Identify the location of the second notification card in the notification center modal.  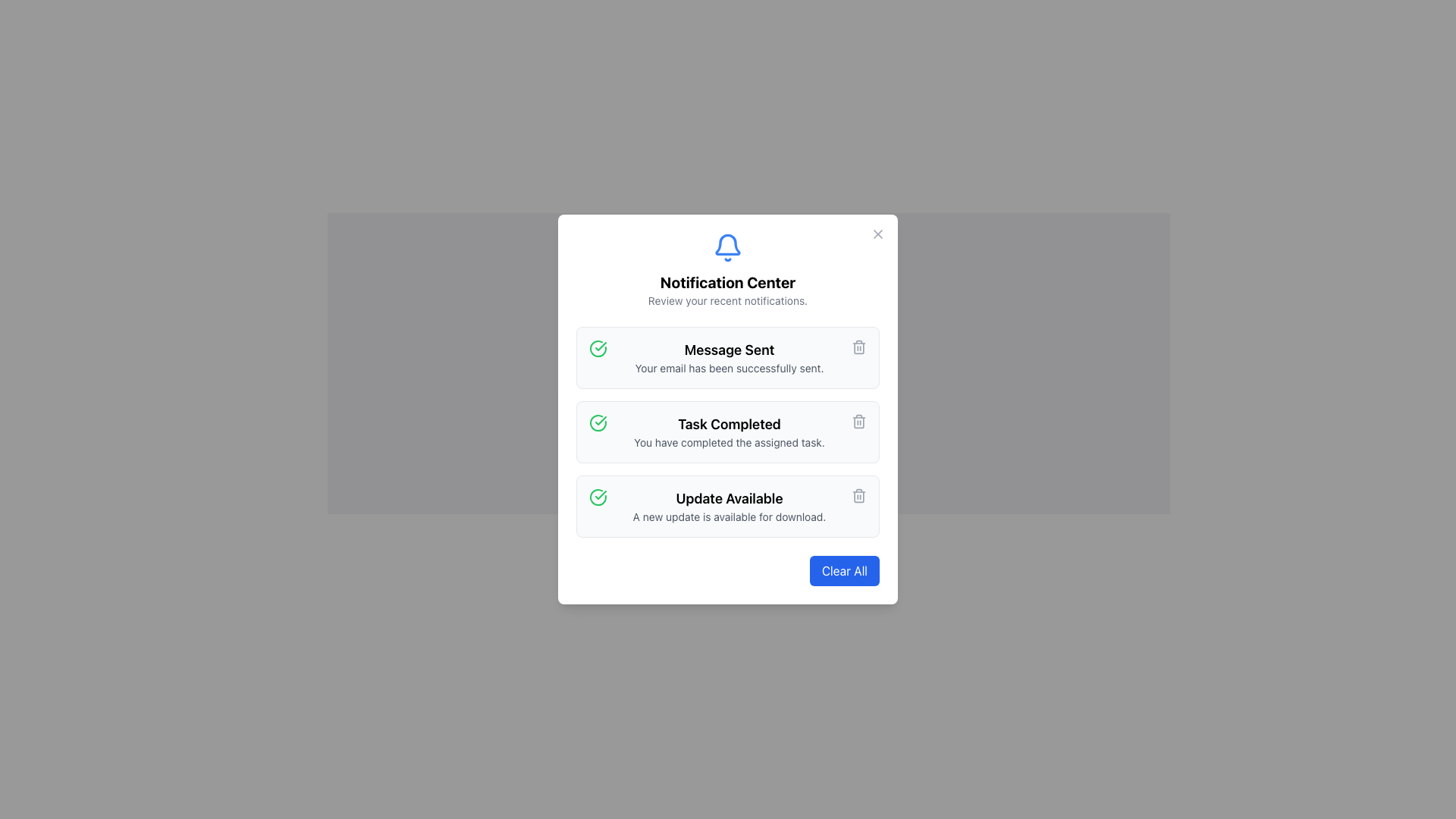
(728, 432).